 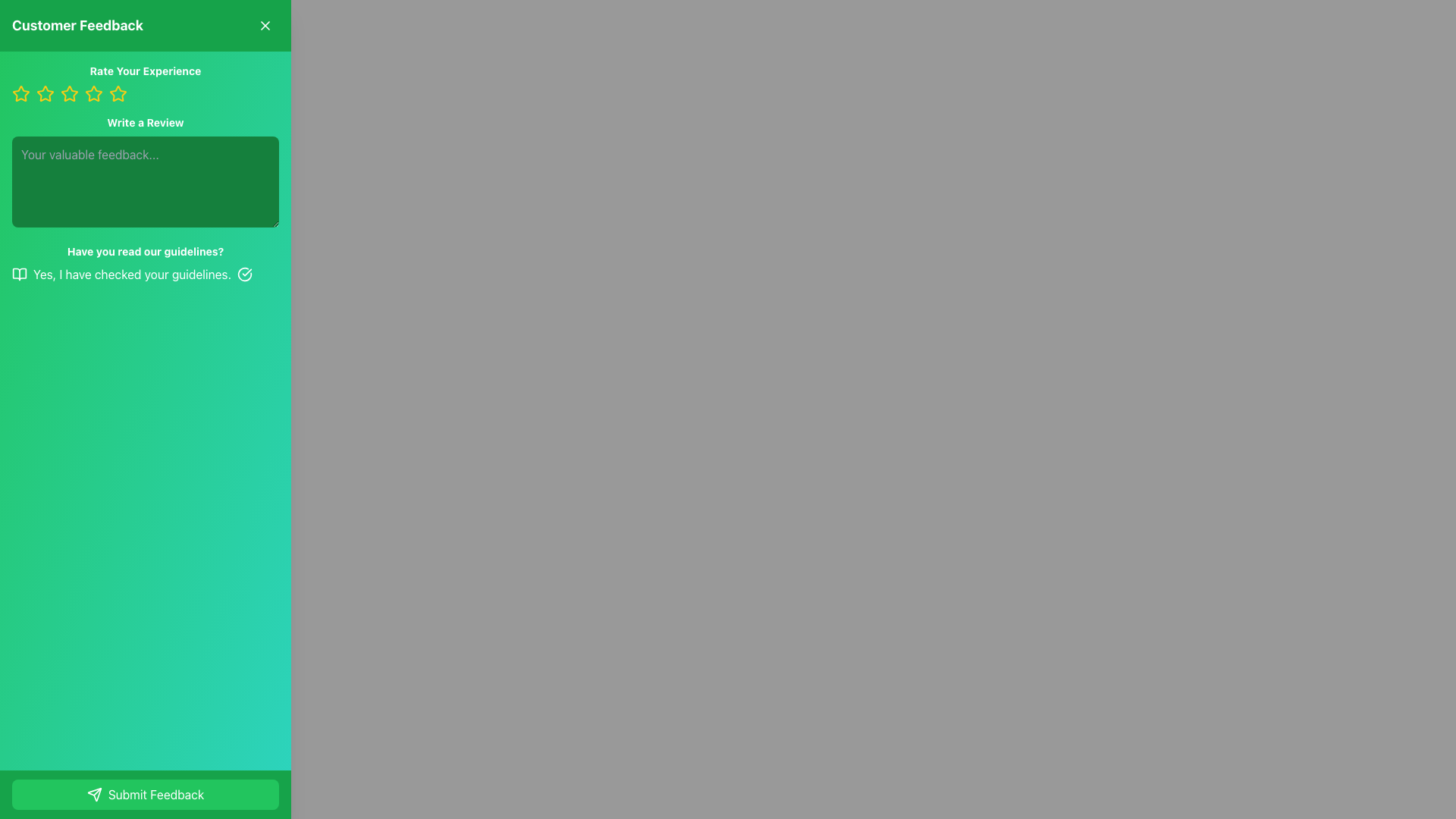 I want to click on the third yellow outlined star icon in the row of five stars under the 'Rate Your Experience' title to rate it, so click(x=93, y=93).